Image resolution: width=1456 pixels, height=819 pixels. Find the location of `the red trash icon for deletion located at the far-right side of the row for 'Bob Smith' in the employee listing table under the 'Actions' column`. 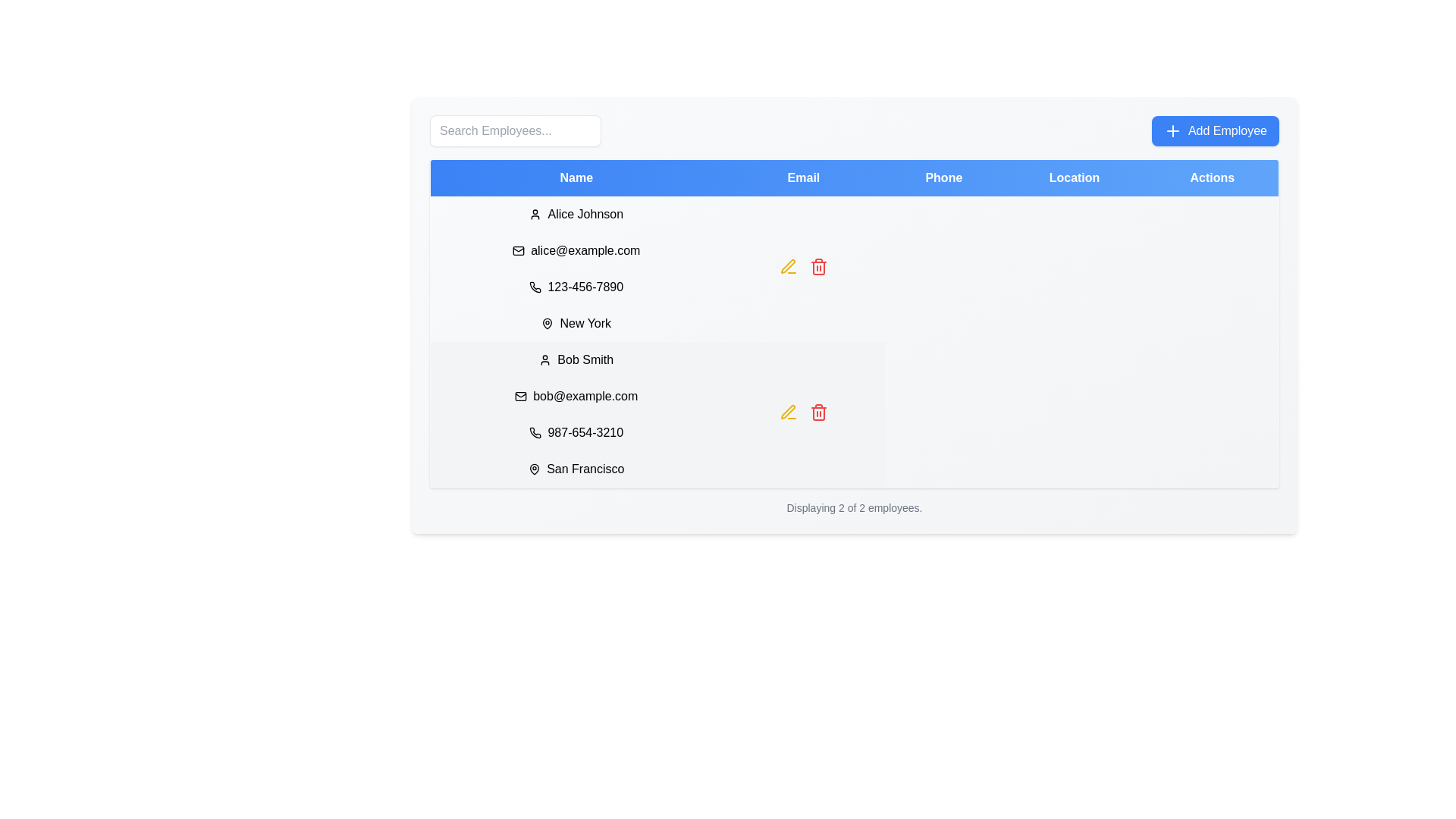

the red trash icon for deletion located at the far-right side of the row for 'Bob Smith' in the employee listing table under the 'Actions' column is located at coordinates (818, 412).